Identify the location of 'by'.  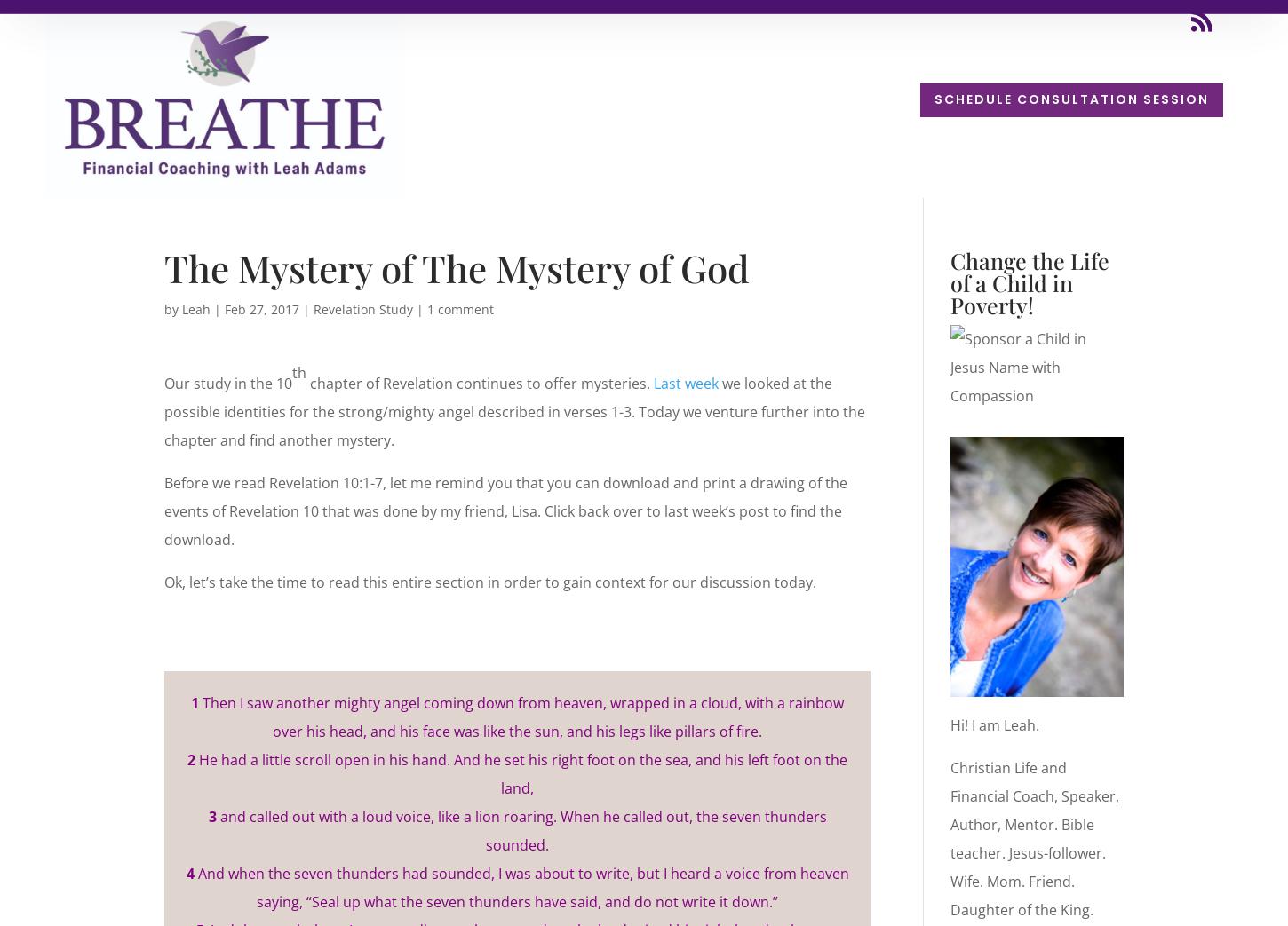
(172, 308).